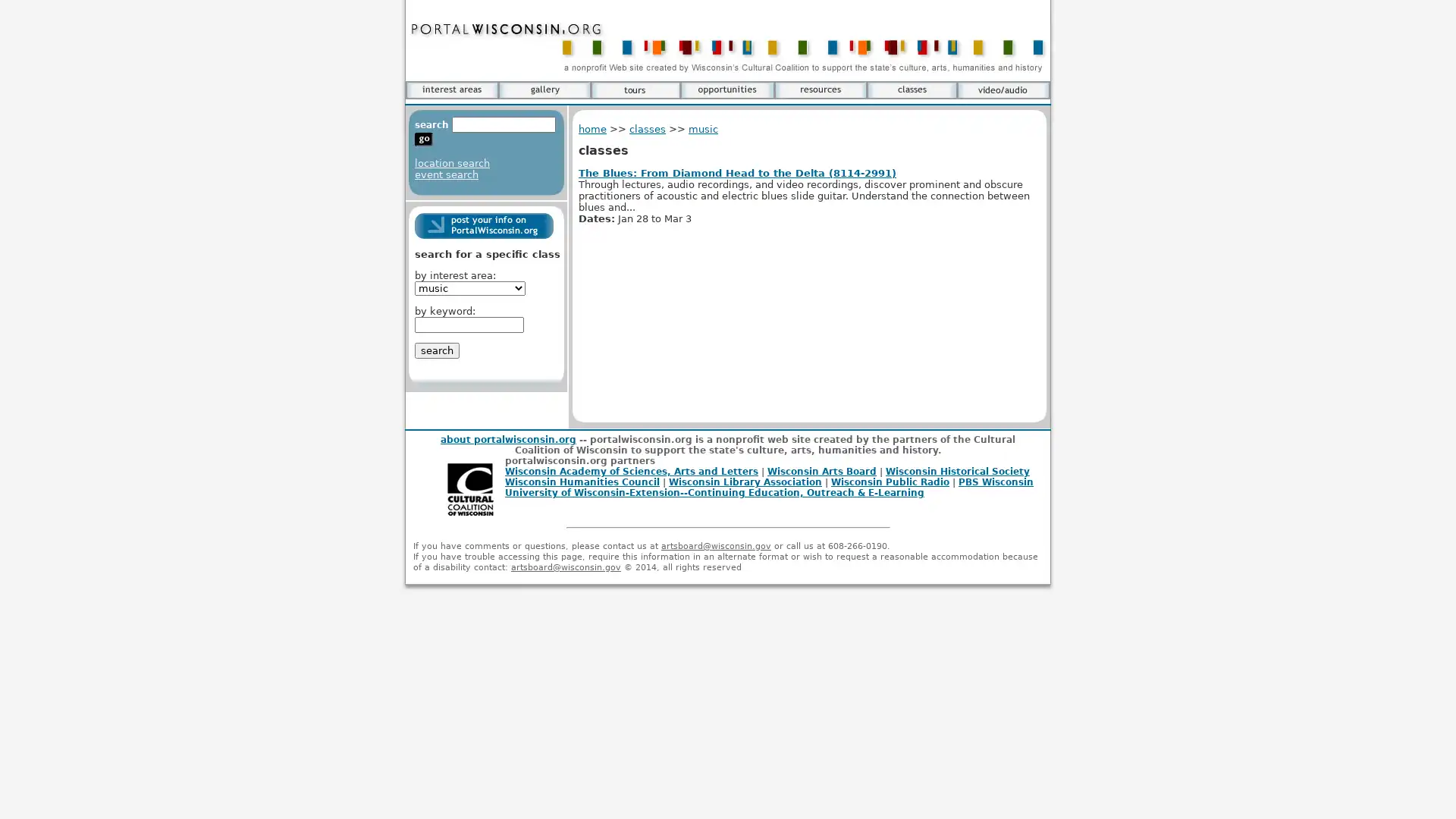 The width and height of the screenshot is (1456, 819). Describe the element at coordinates (423, 140) in the screenshot. I see `go` at that location.